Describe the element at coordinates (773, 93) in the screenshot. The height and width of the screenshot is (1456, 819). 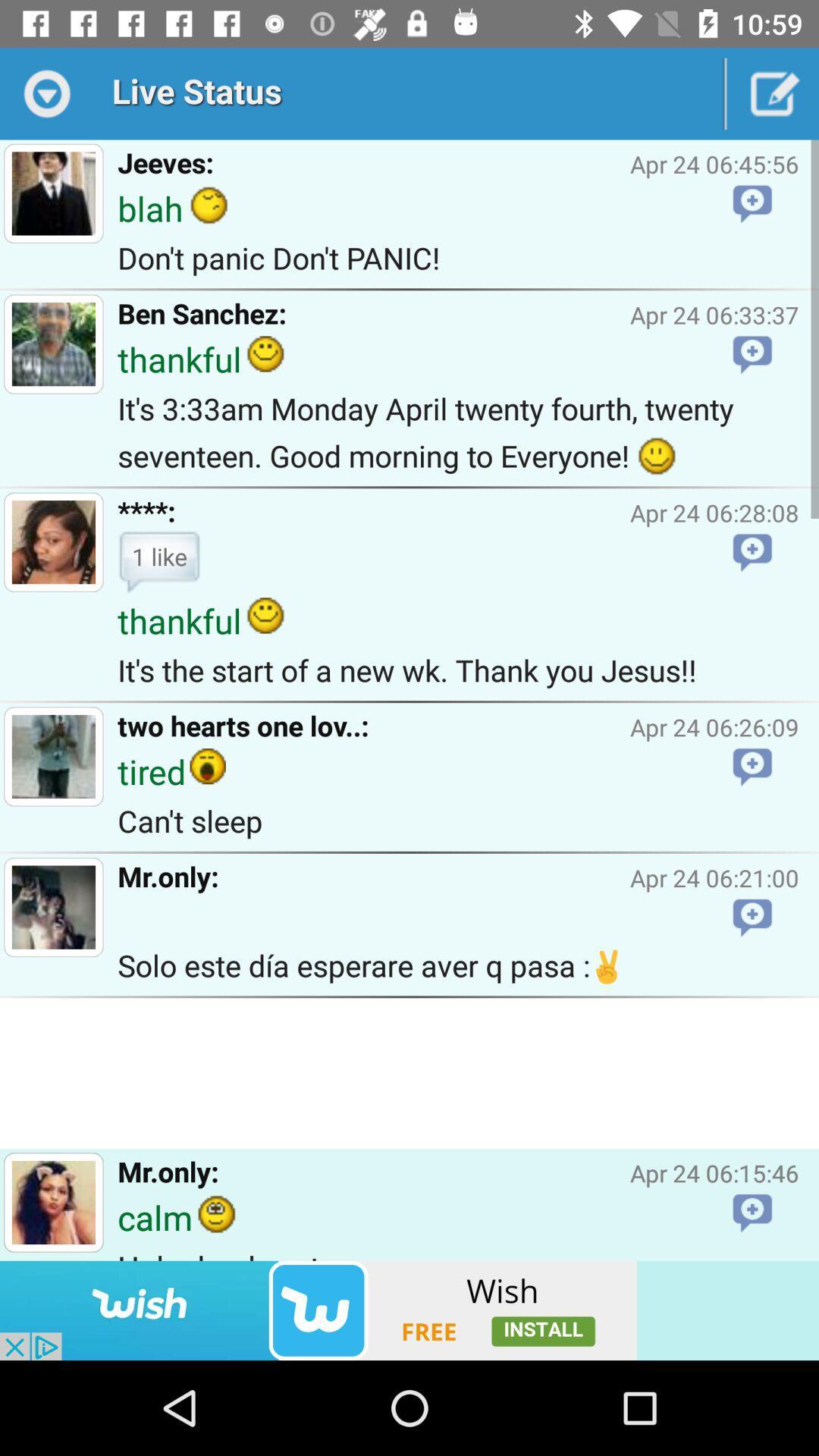
I see `the edit icon` at that location.